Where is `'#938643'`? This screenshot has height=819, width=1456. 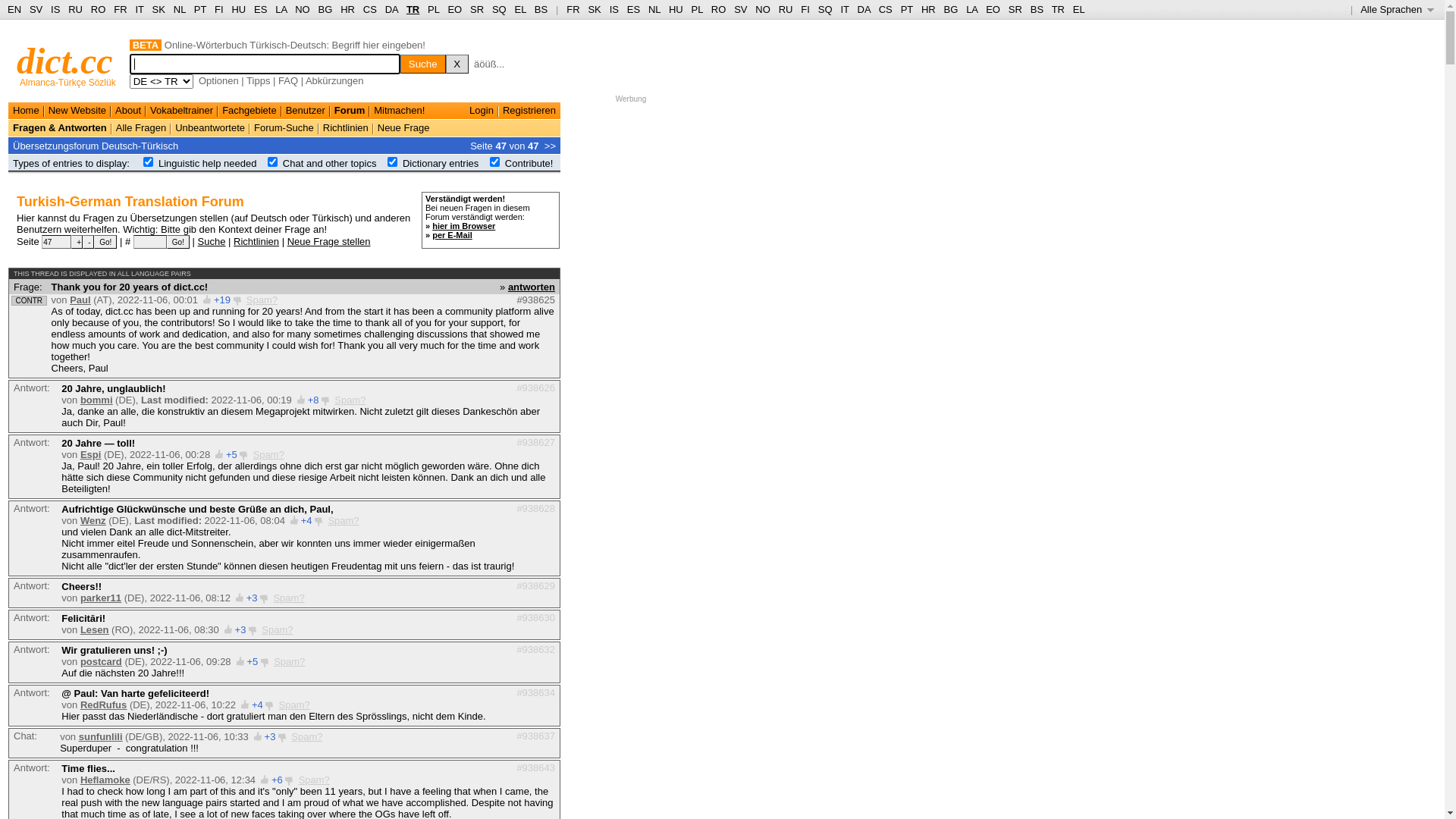 '#938643' is located at coordinates (535, 767).